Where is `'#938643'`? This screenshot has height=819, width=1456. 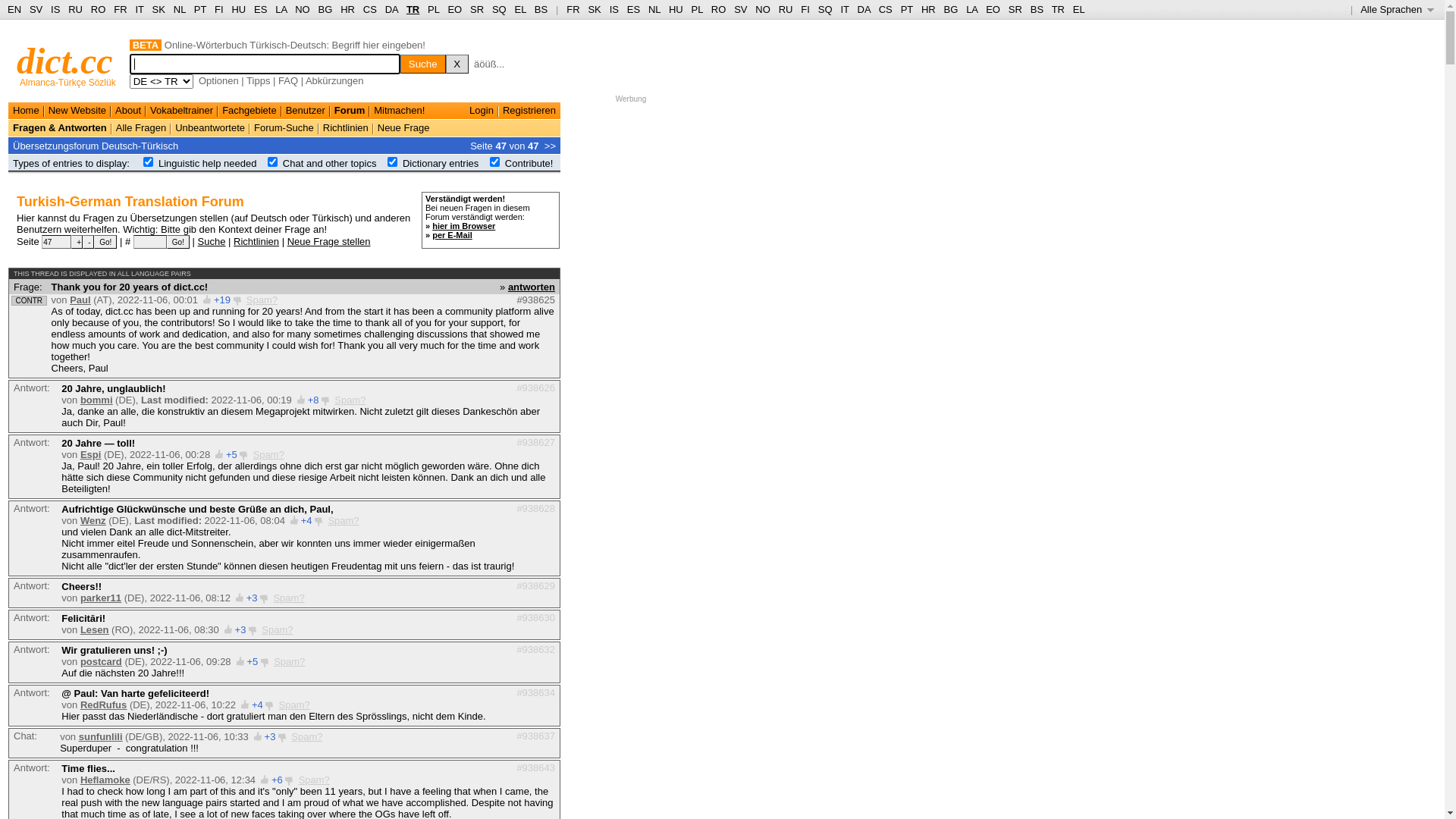 '#938643' is located at coordinates (535, 767).